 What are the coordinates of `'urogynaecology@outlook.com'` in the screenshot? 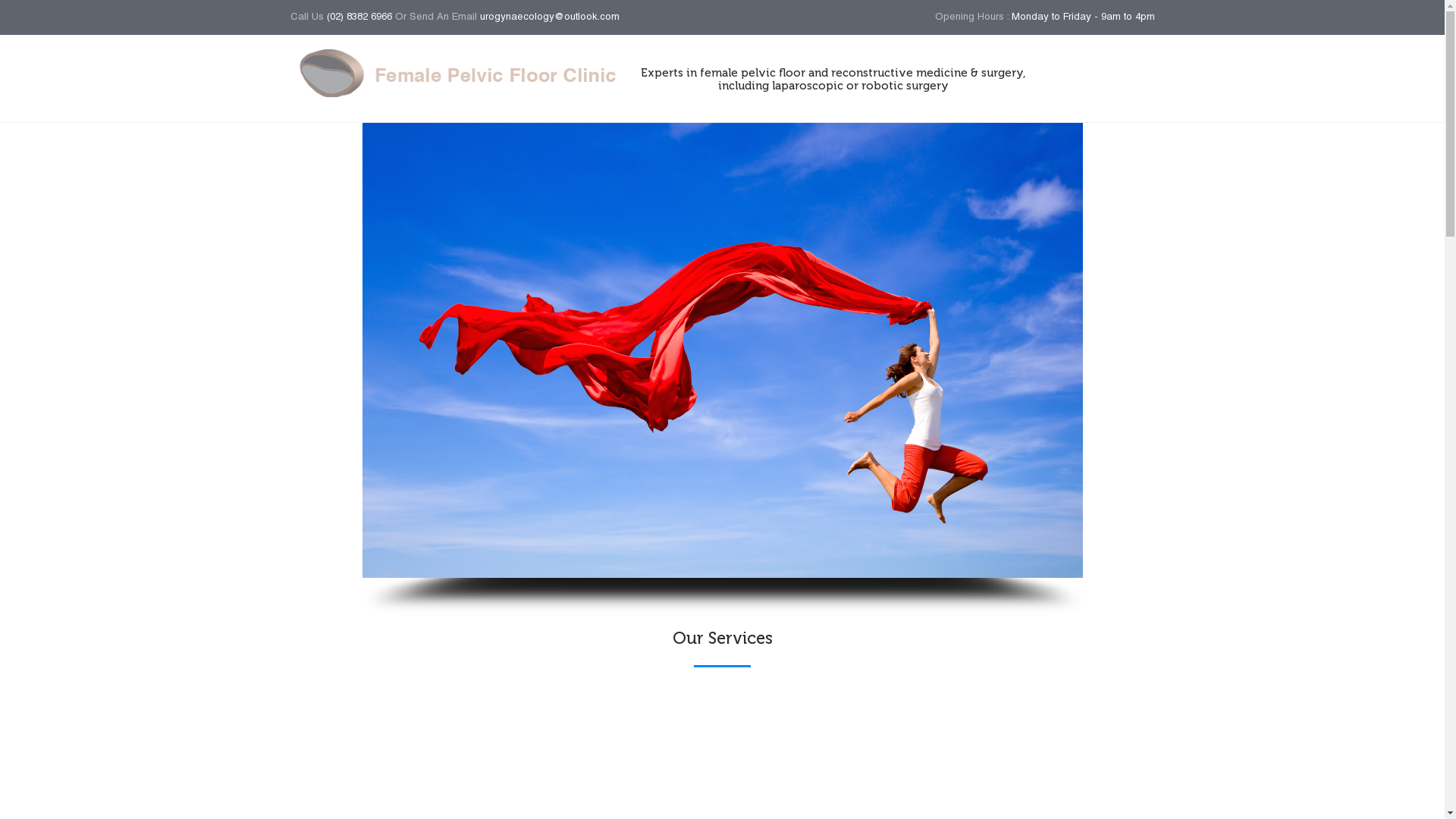 It's located at (548, 17).